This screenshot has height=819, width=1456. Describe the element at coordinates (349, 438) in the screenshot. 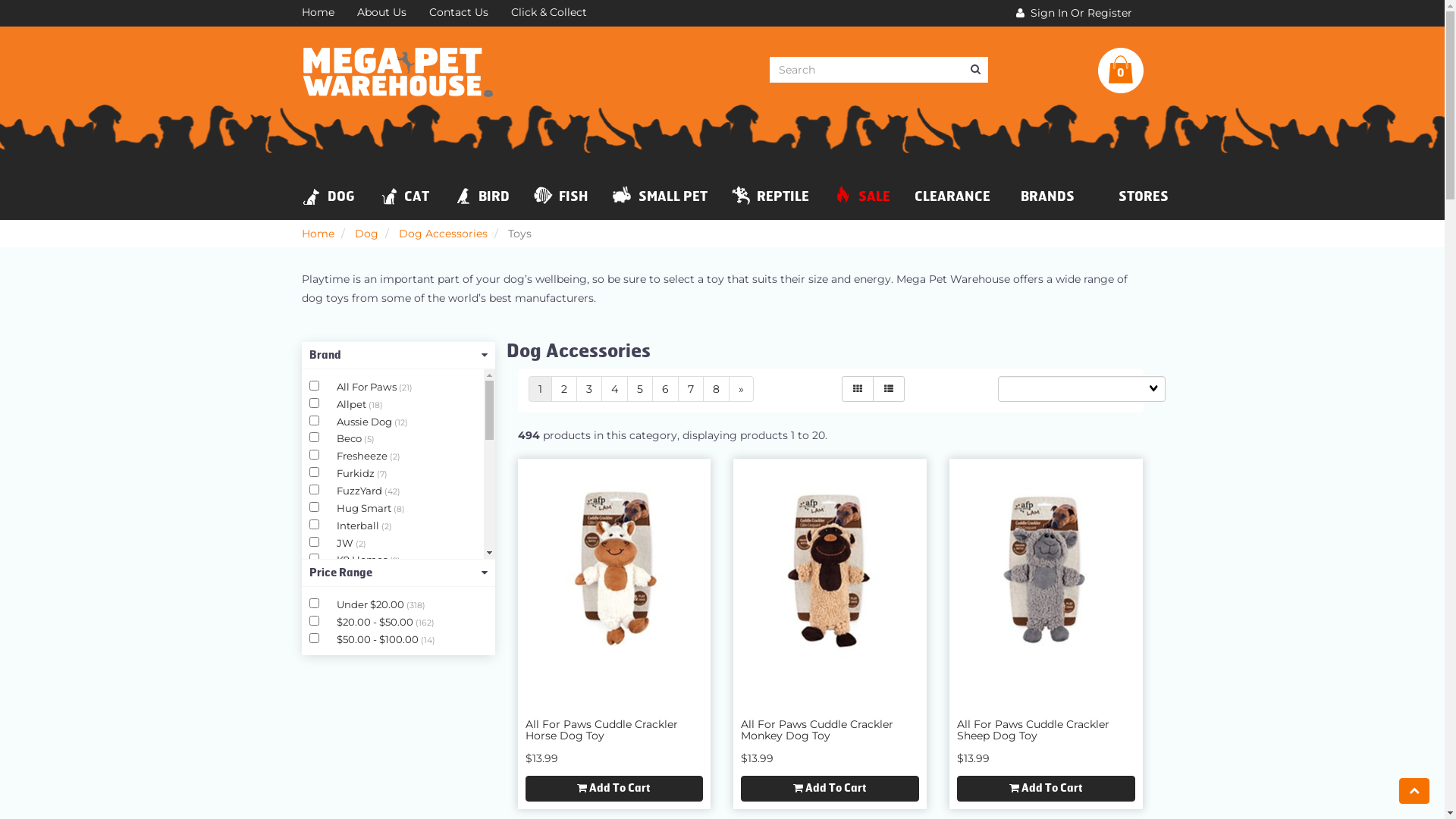

I see `'Beco'` at that location.